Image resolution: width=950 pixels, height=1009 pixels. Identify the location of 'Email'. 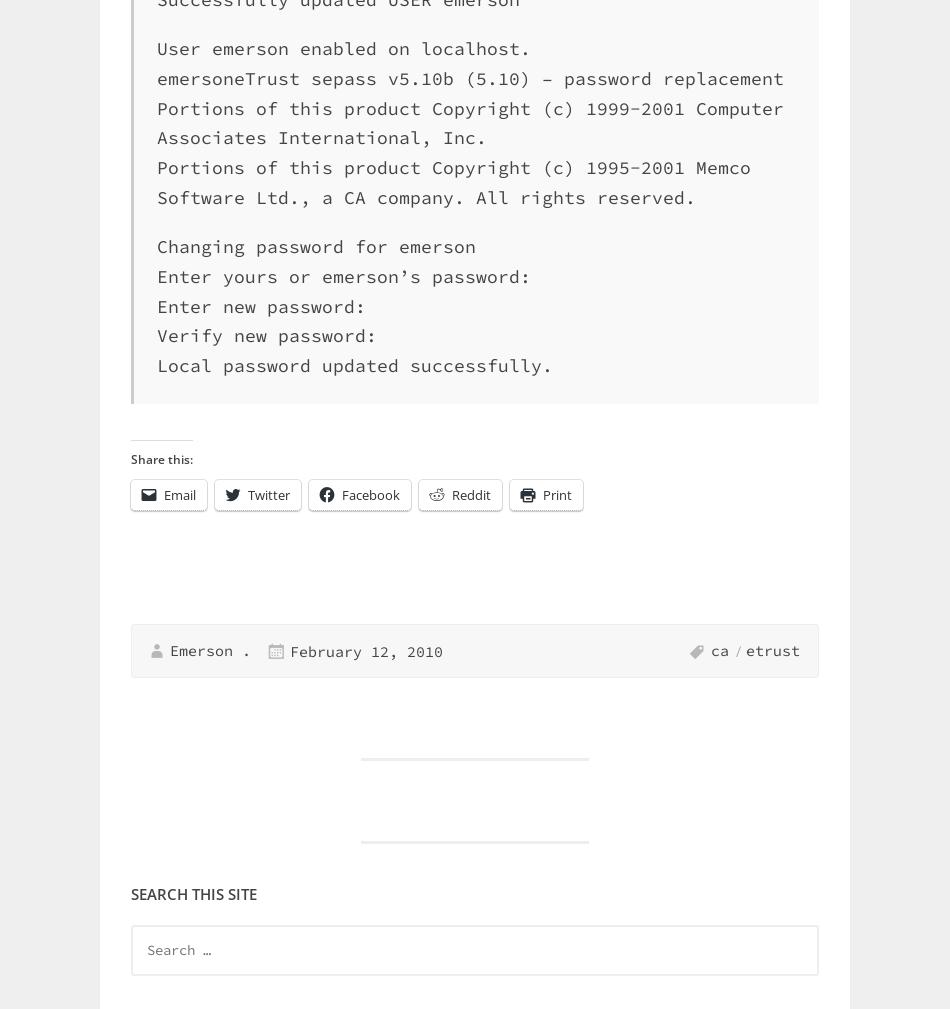
(180, 494).